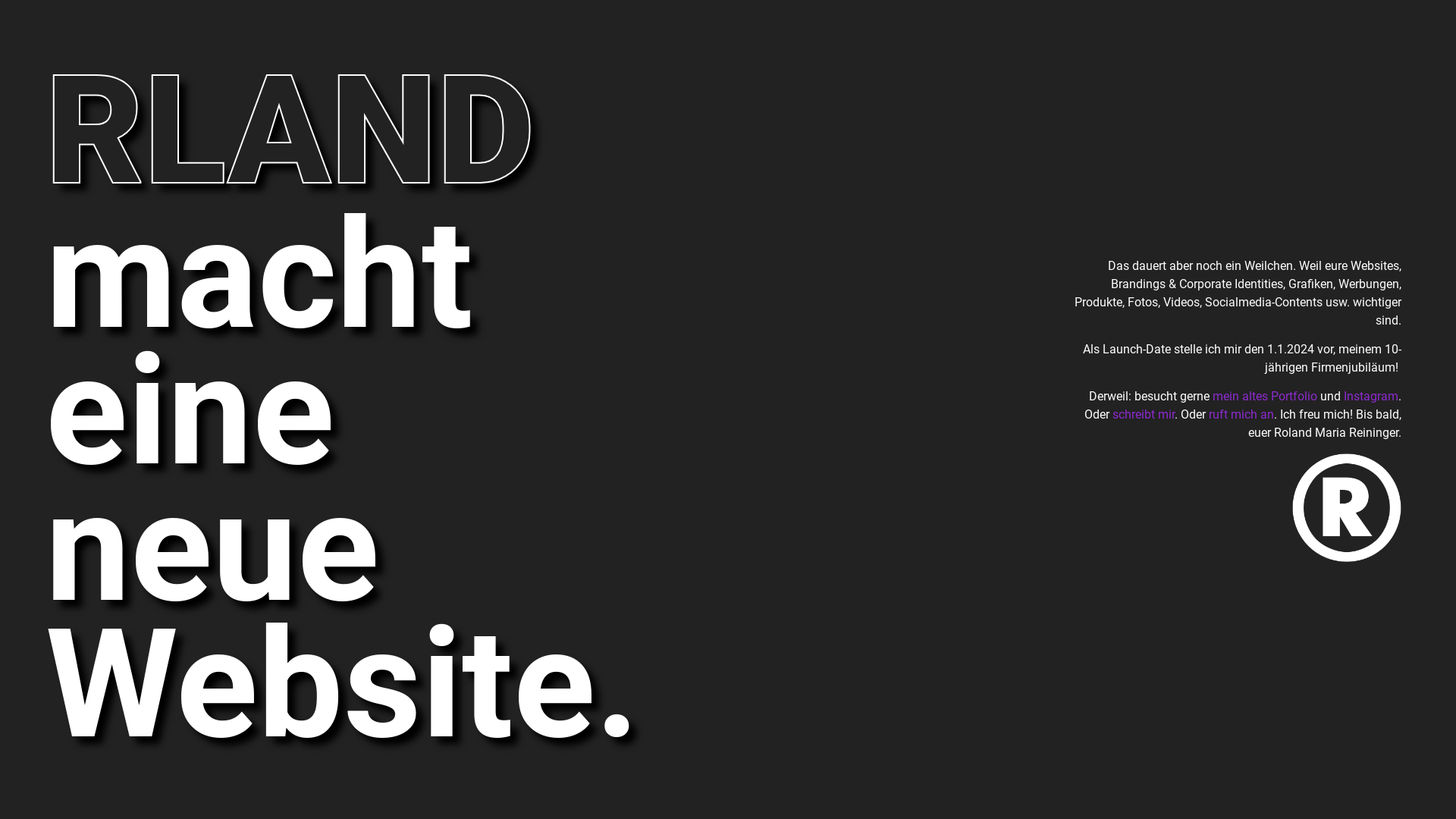 This screenshot has width=1456, height=819. I want to click on 'Instagram', so click(1371, 395).